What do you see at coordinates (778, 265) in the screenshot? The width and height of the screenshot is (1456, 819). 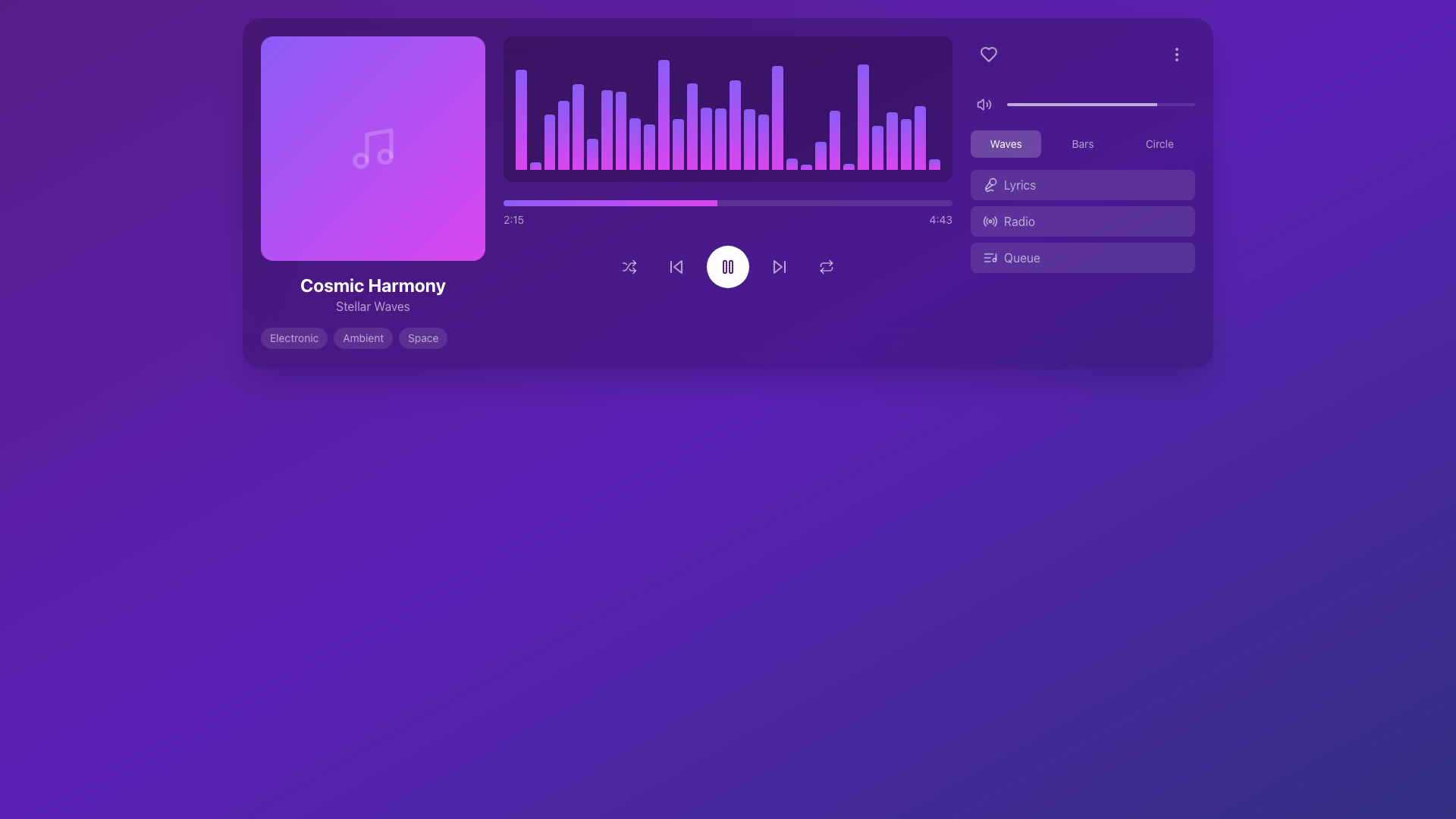 I see `the triangular play icon, styled as a simple outline, located beneath the waveform display to skip forward` at bounding box center [778, 265].